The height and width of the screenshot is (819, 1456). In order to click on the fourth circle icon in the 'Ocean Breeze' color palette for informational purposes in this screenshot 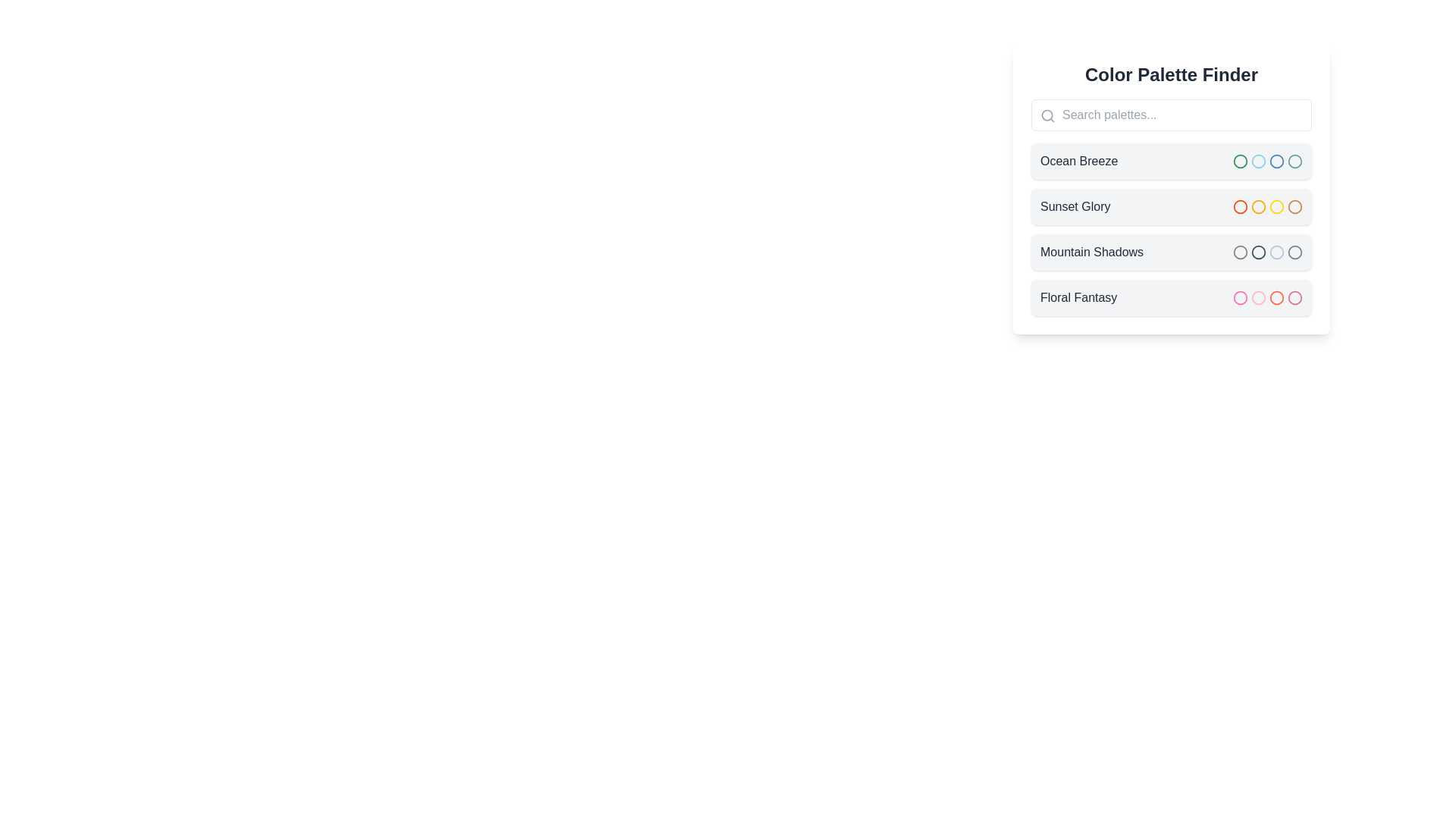, I will do `click(1276, 161)`.